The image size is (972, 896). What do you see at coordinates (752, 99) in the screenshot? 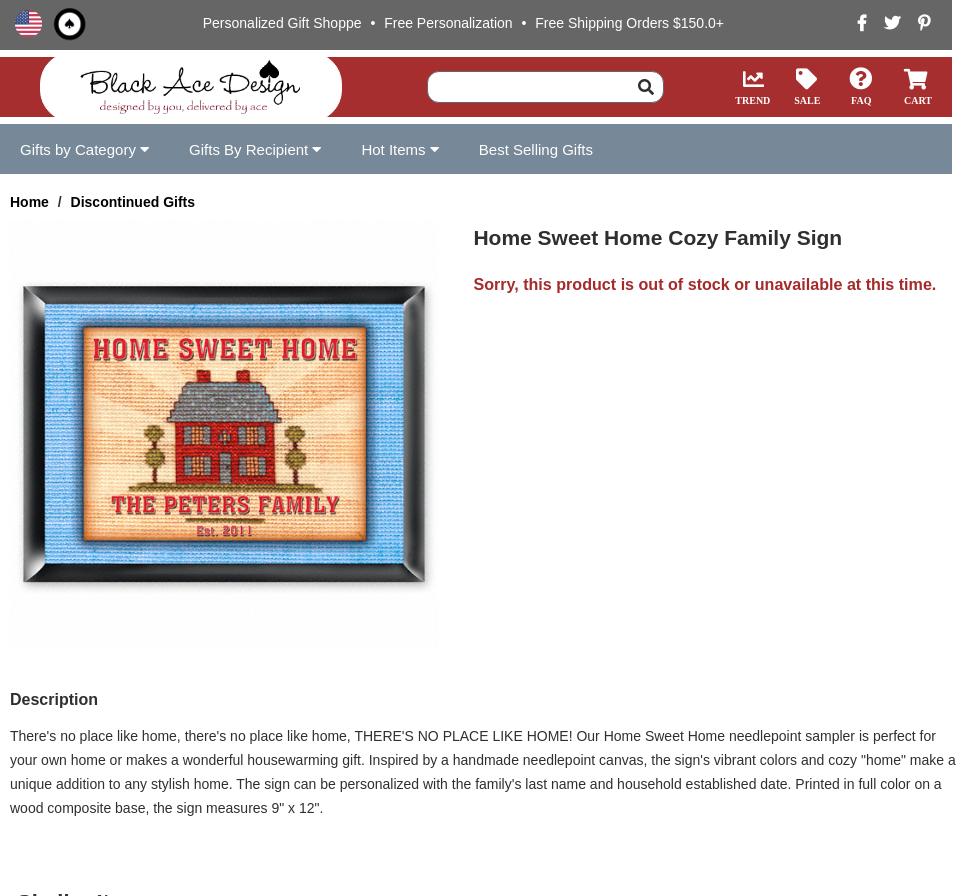
I see `'TREND'` at bounding box center [752, 99].